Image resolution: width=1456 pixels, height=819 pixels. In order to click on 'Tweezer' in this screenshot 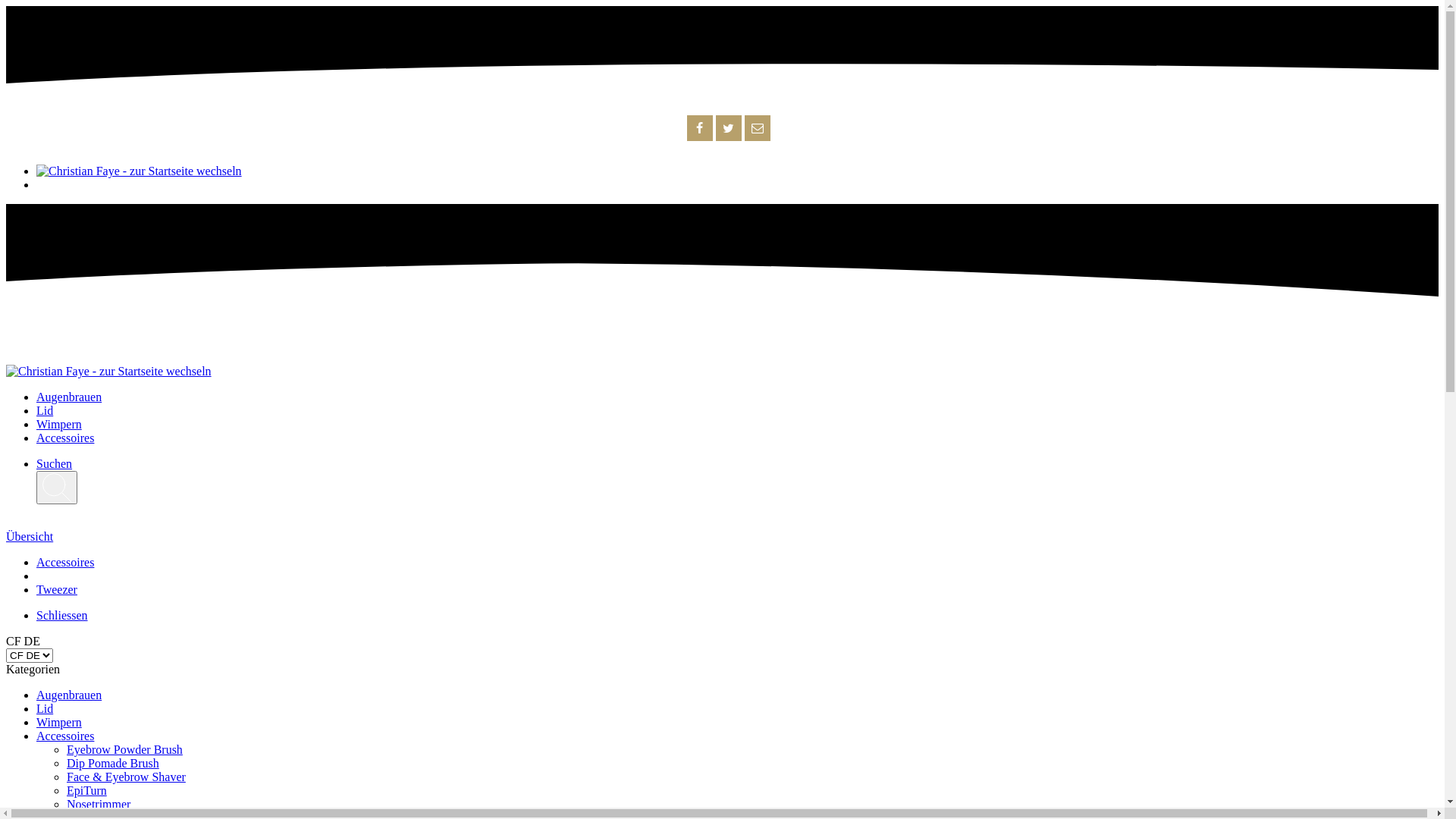, I will do `click(57, 588)`.